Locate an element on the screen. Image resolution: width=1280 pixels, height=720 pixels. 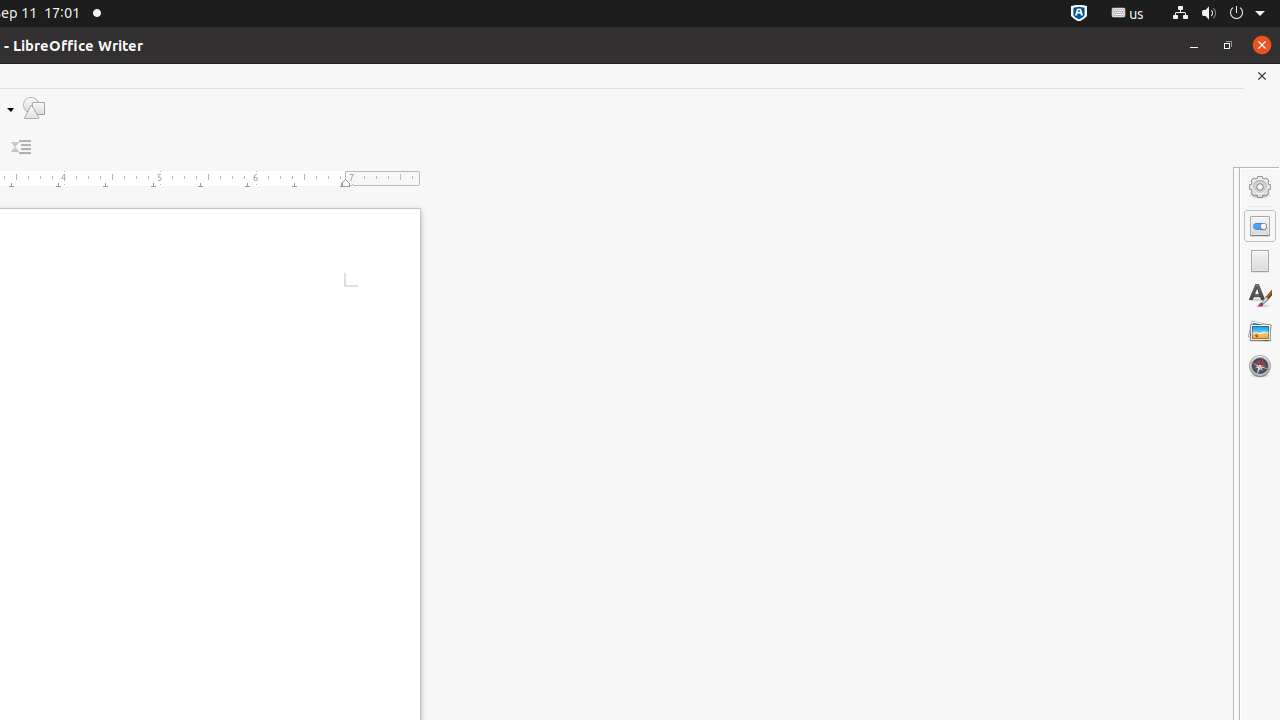
'Page' is located at coordinates (1259, 260).